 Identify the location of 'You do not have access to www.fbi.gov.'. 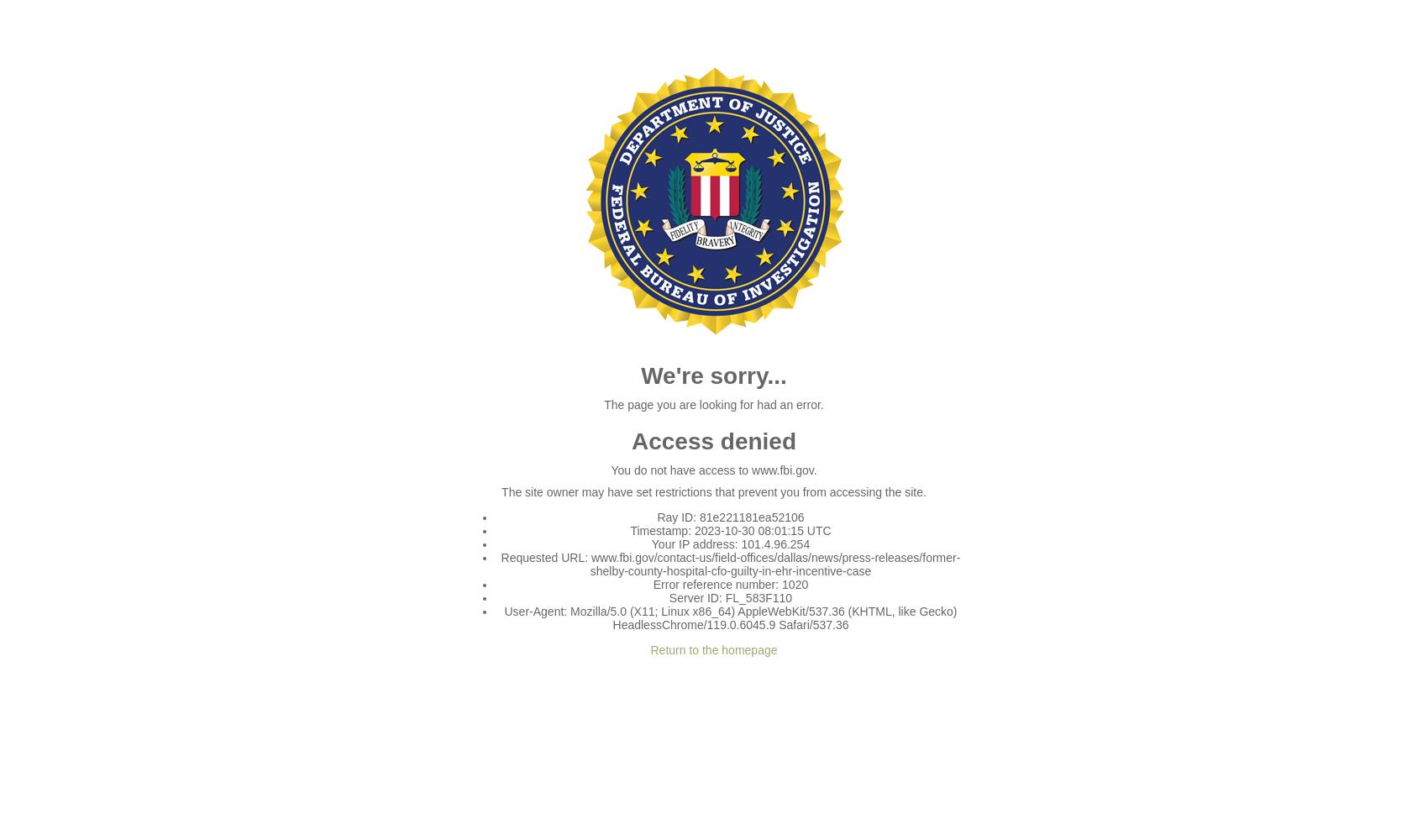
(712, 470).